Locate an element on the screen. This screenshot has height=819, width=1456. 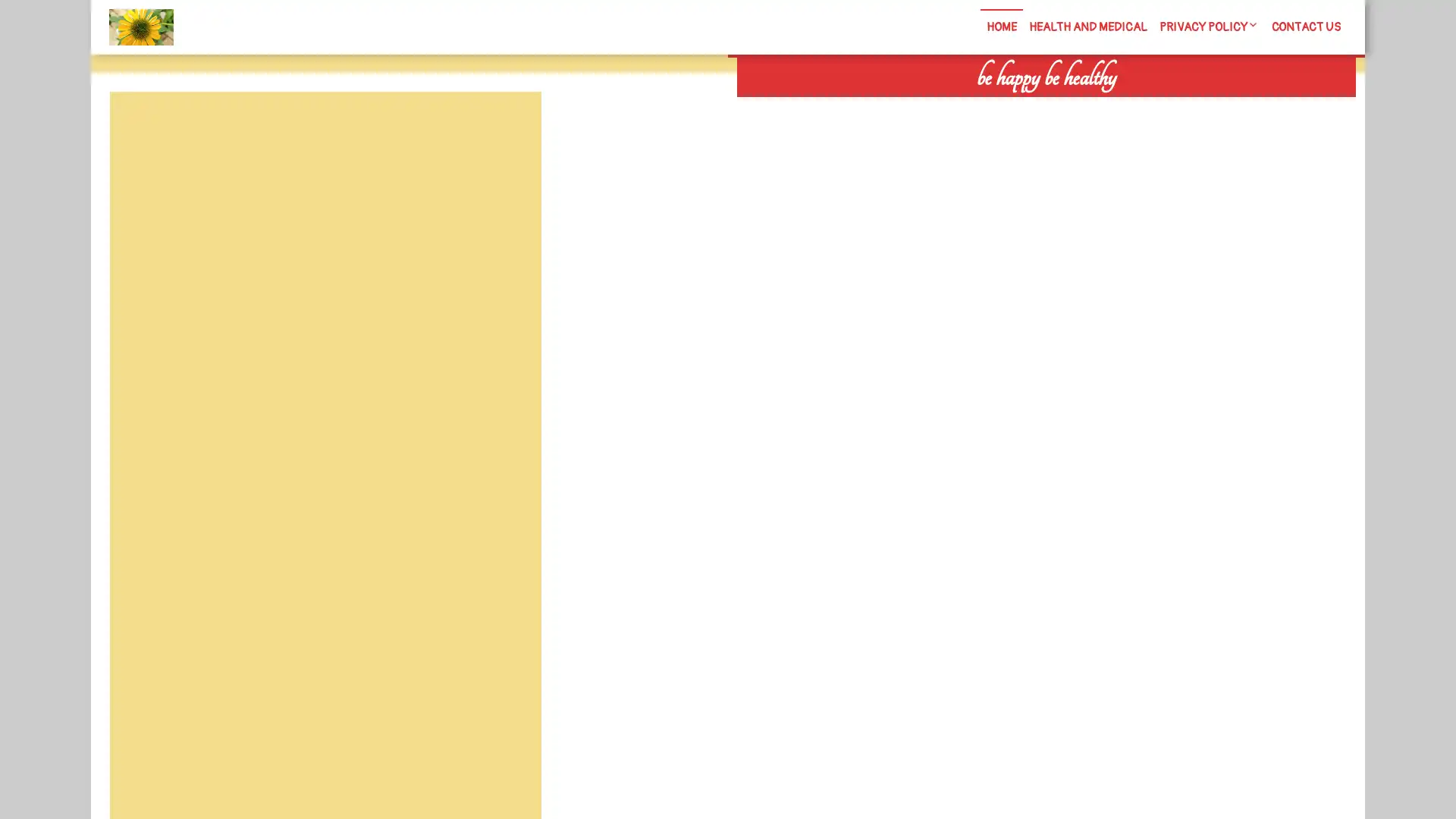
Search is located at coordinates (1181, 106).